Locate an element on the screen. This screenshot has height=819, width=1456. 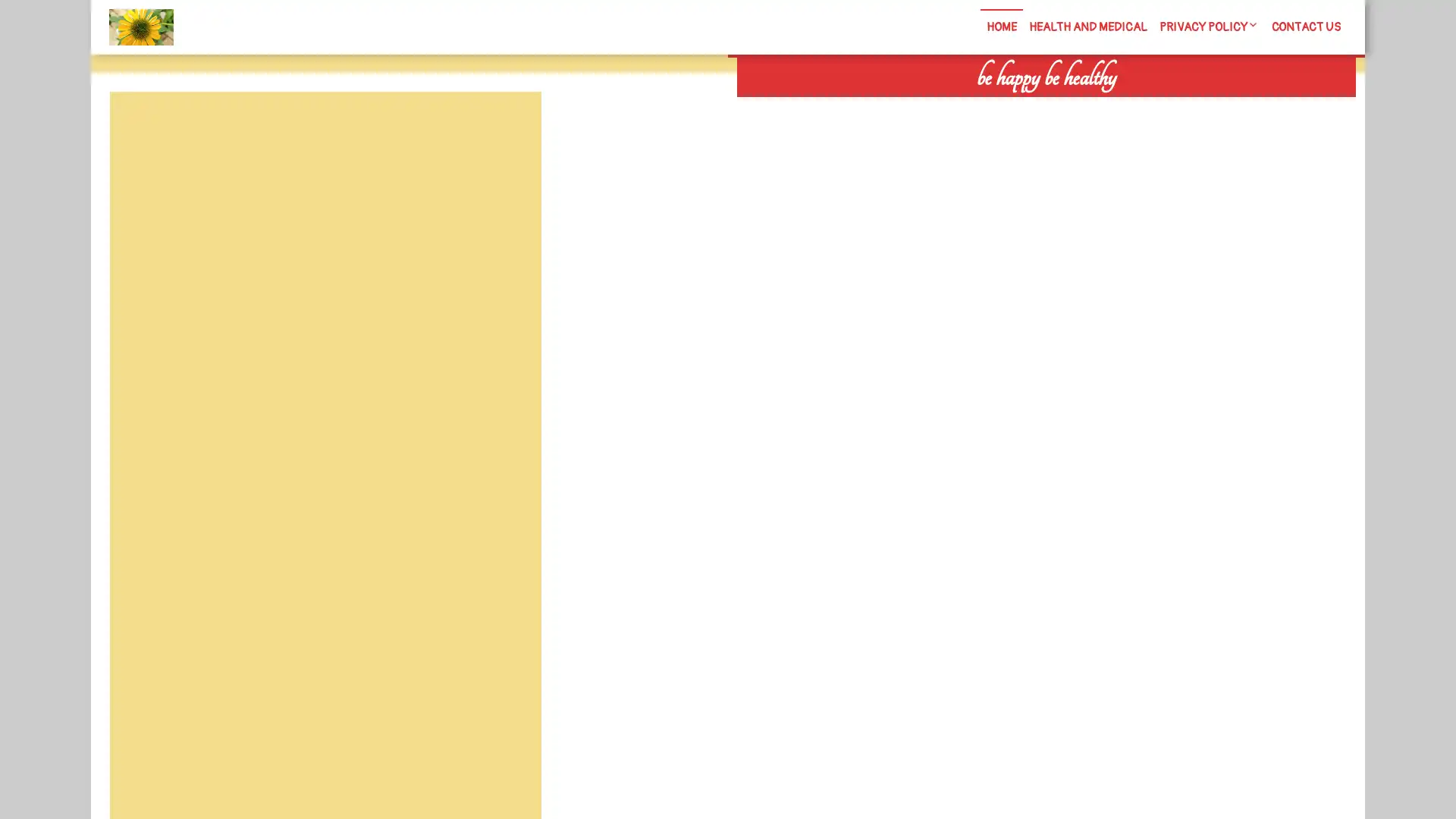
Search is located at coordinates (1181, 106).